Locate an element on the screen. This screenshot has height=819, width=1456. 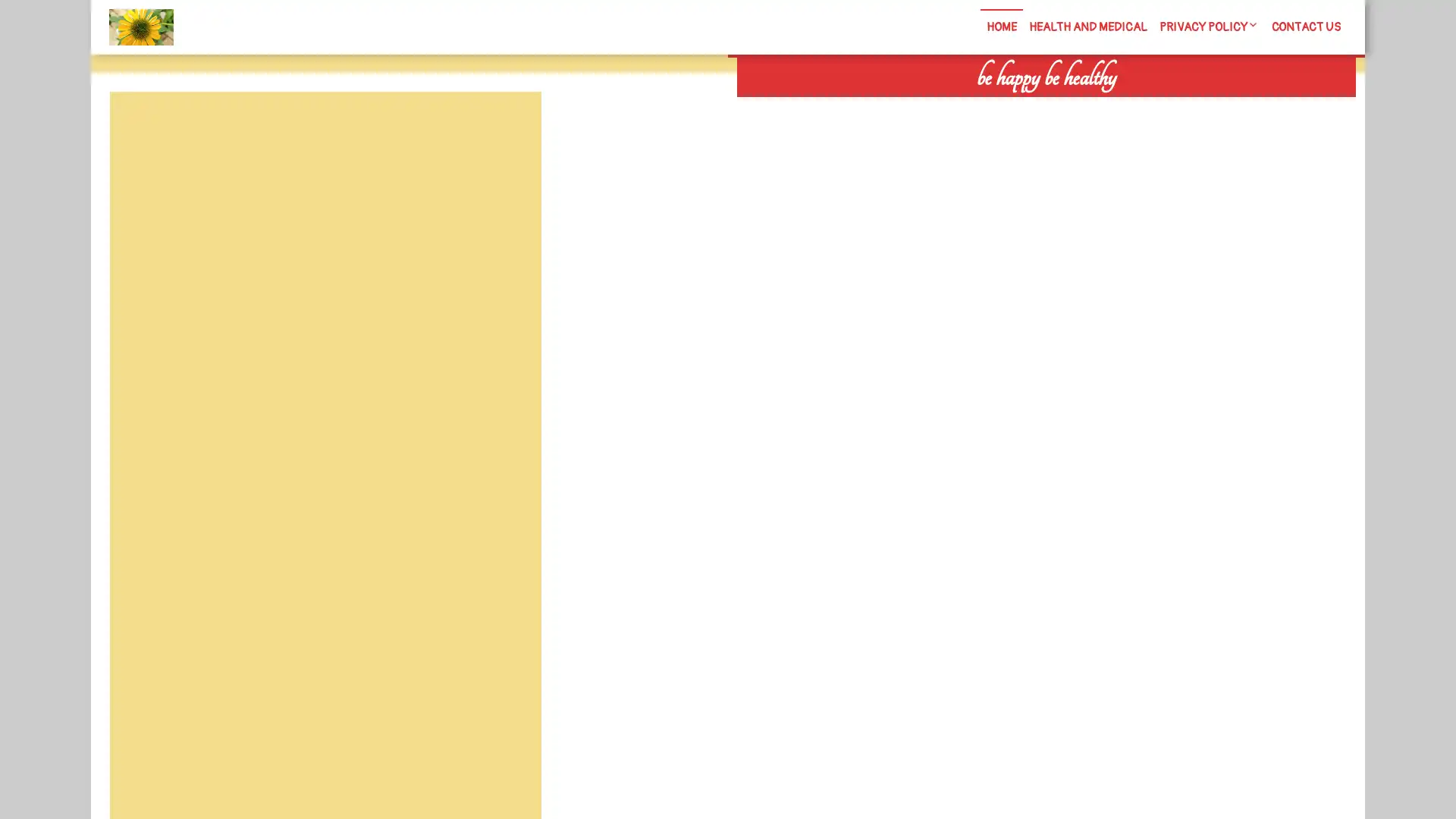
Search is located at coordinates (1181, 106).